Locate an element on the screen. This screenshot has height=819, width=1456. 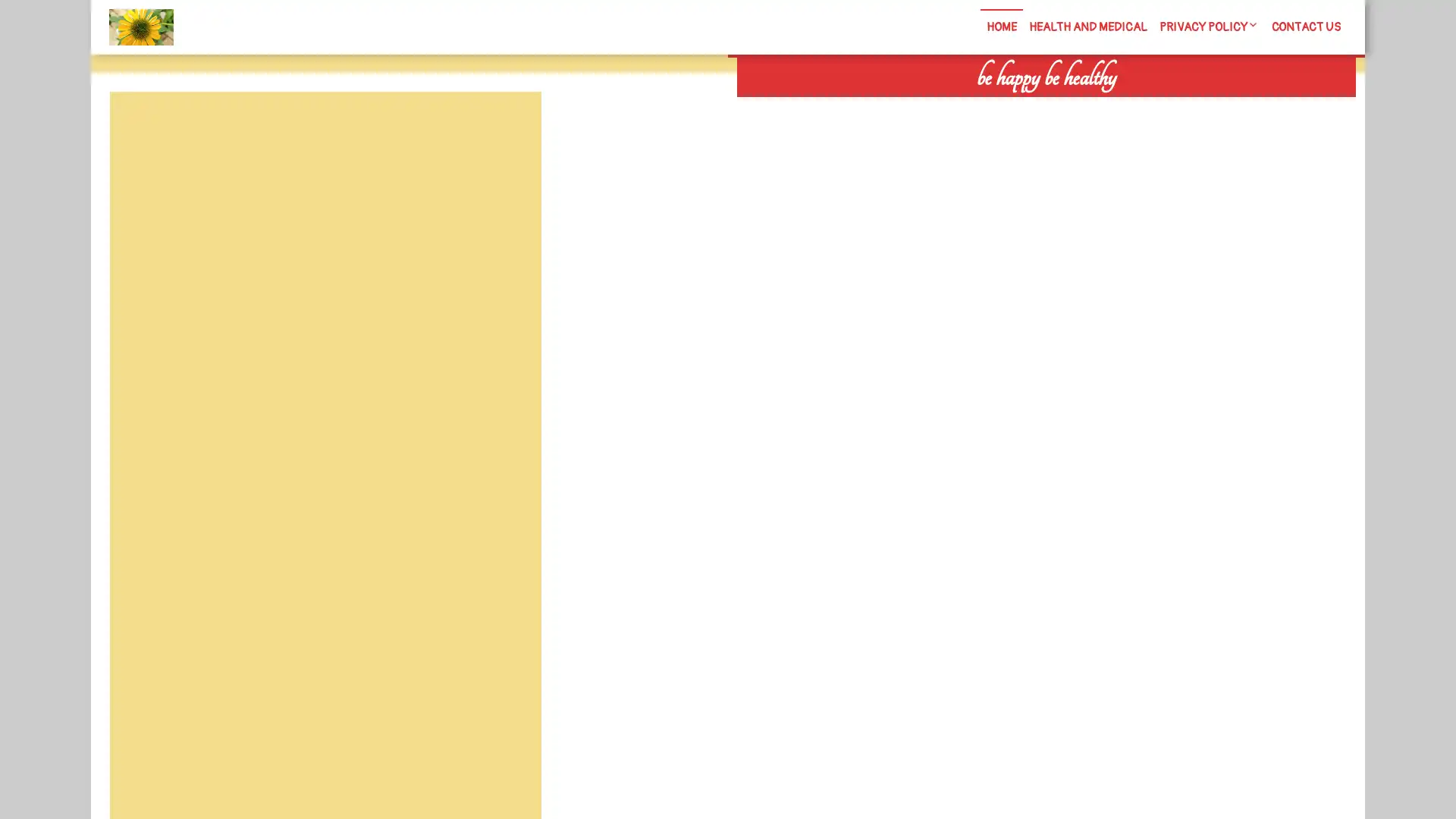
Search is located at coordinates (1181, 106).